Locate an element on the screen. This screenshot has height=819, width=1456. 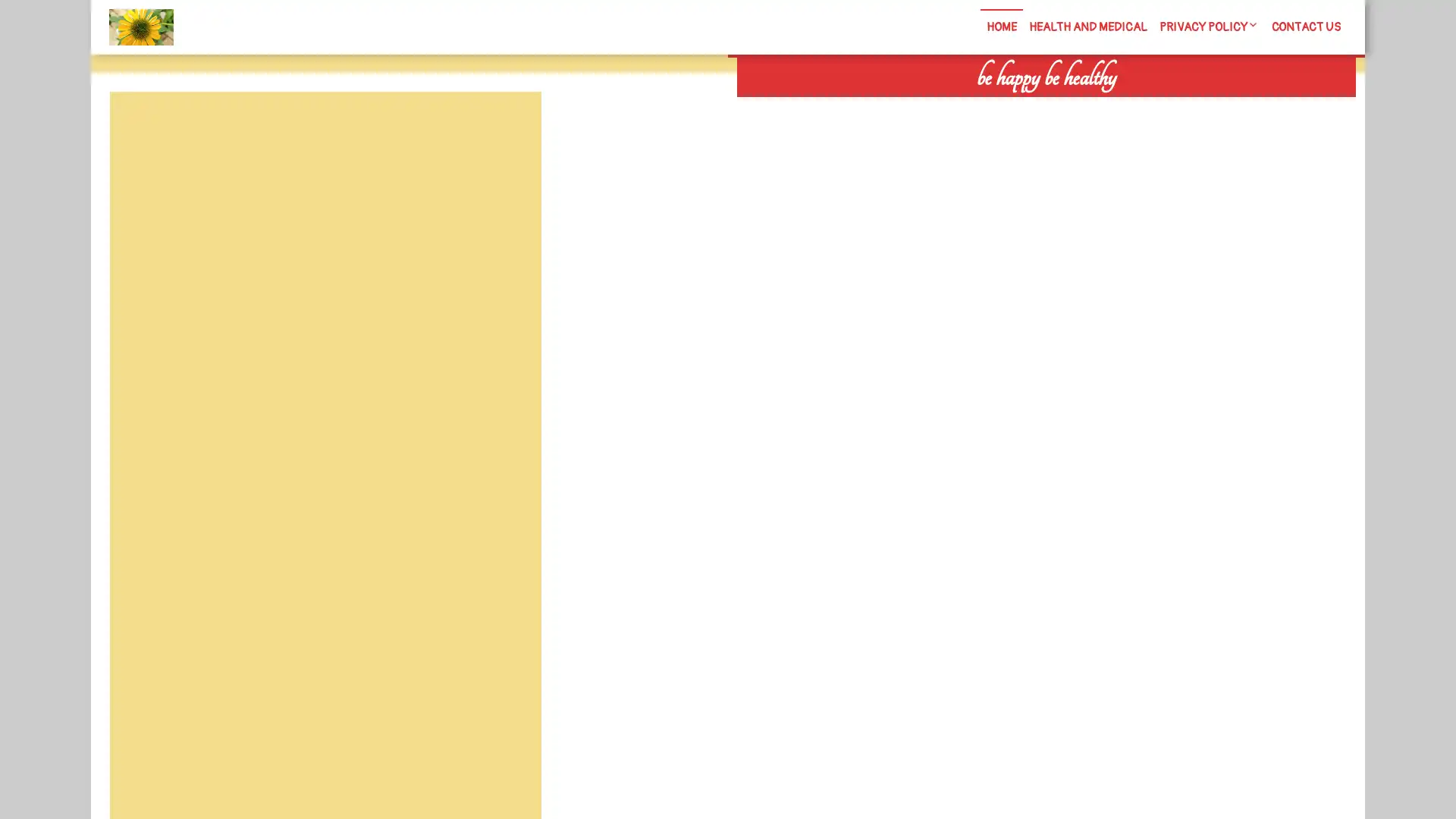
Search is located at coordinates (1181, 106).